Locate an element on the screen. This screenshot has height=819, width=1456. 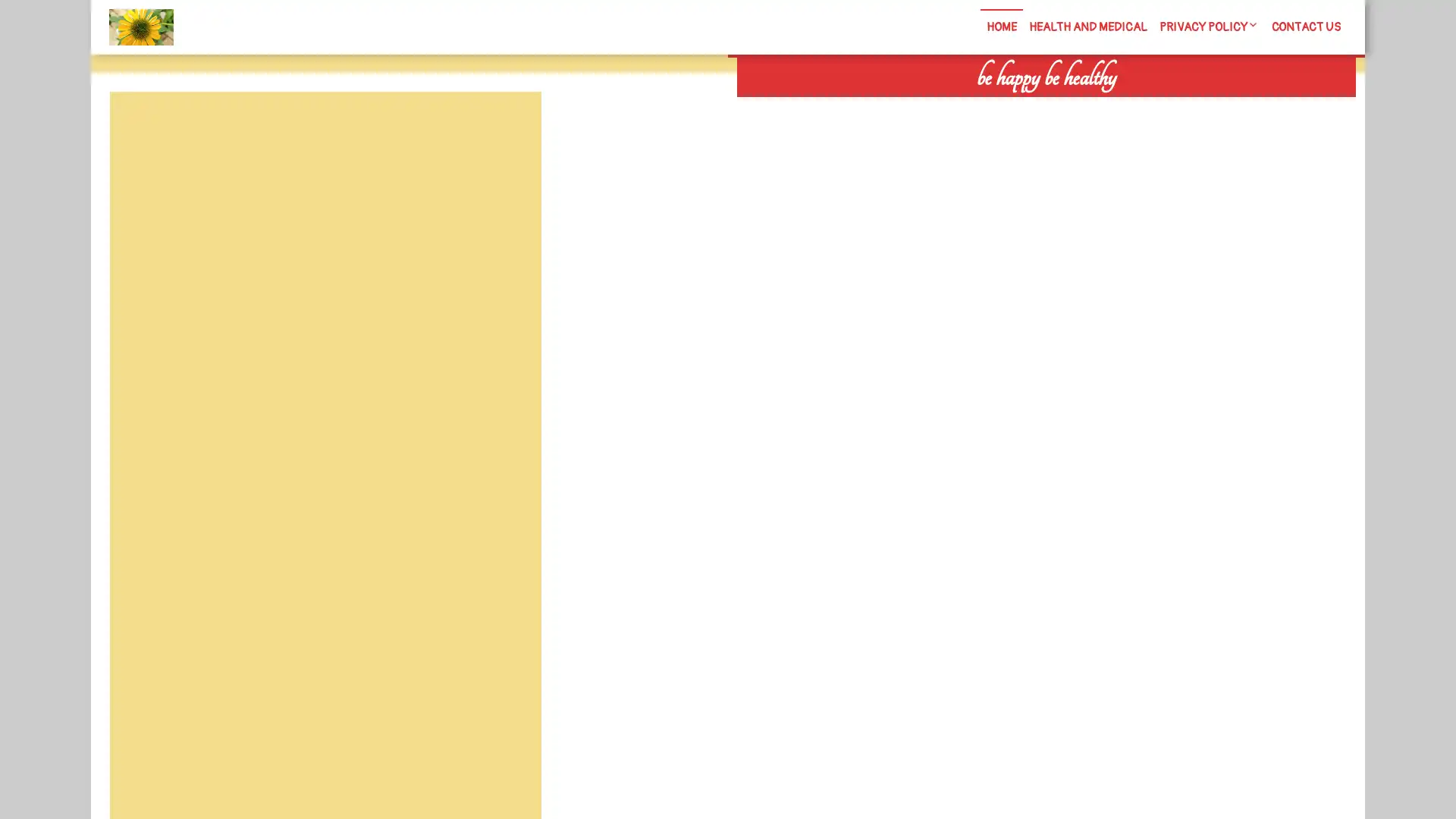
Search is located at coordinates (1181, 106).